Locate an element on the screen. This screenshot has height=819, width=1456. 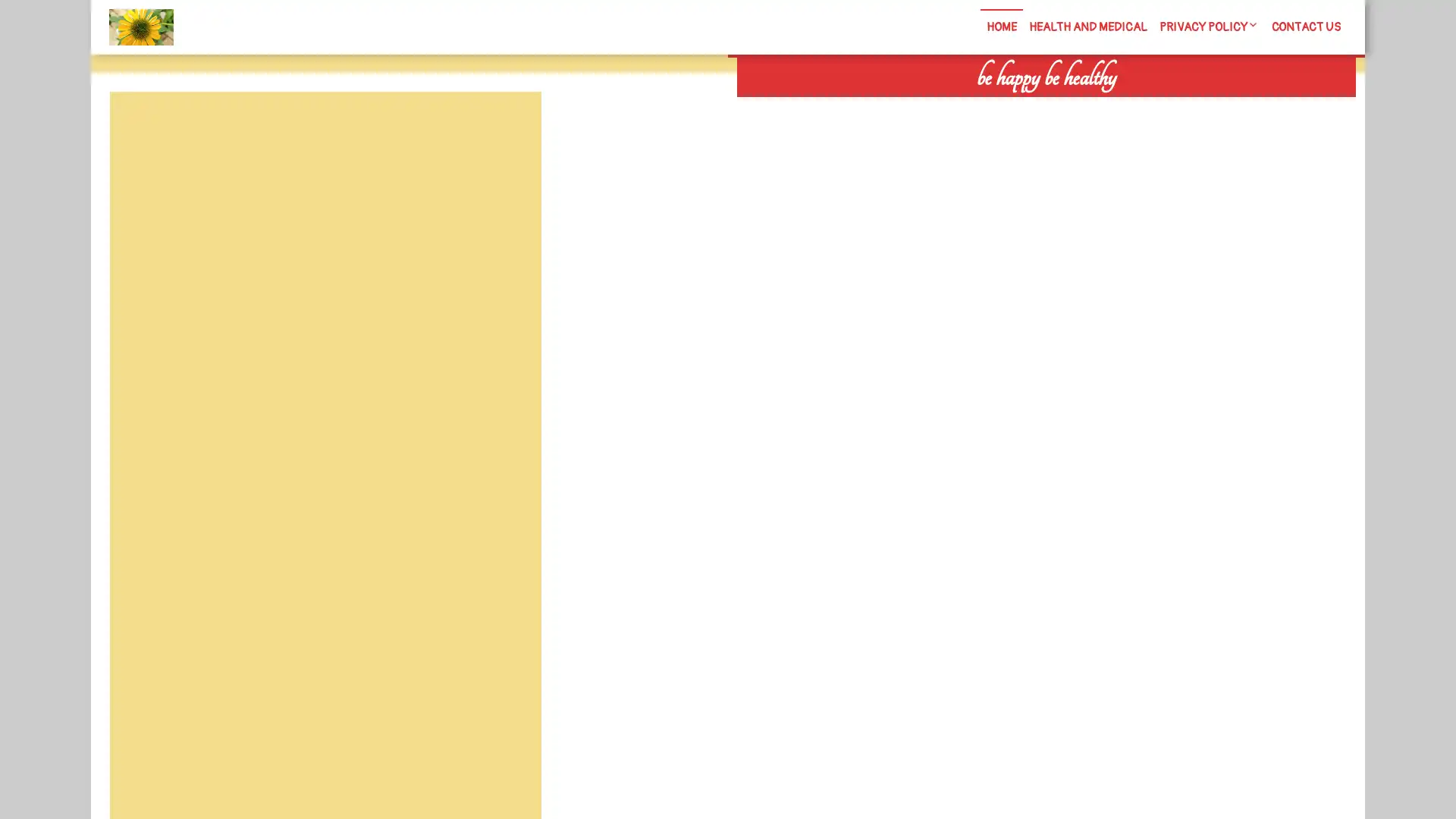
Search is located at coordinates (1181, 106).